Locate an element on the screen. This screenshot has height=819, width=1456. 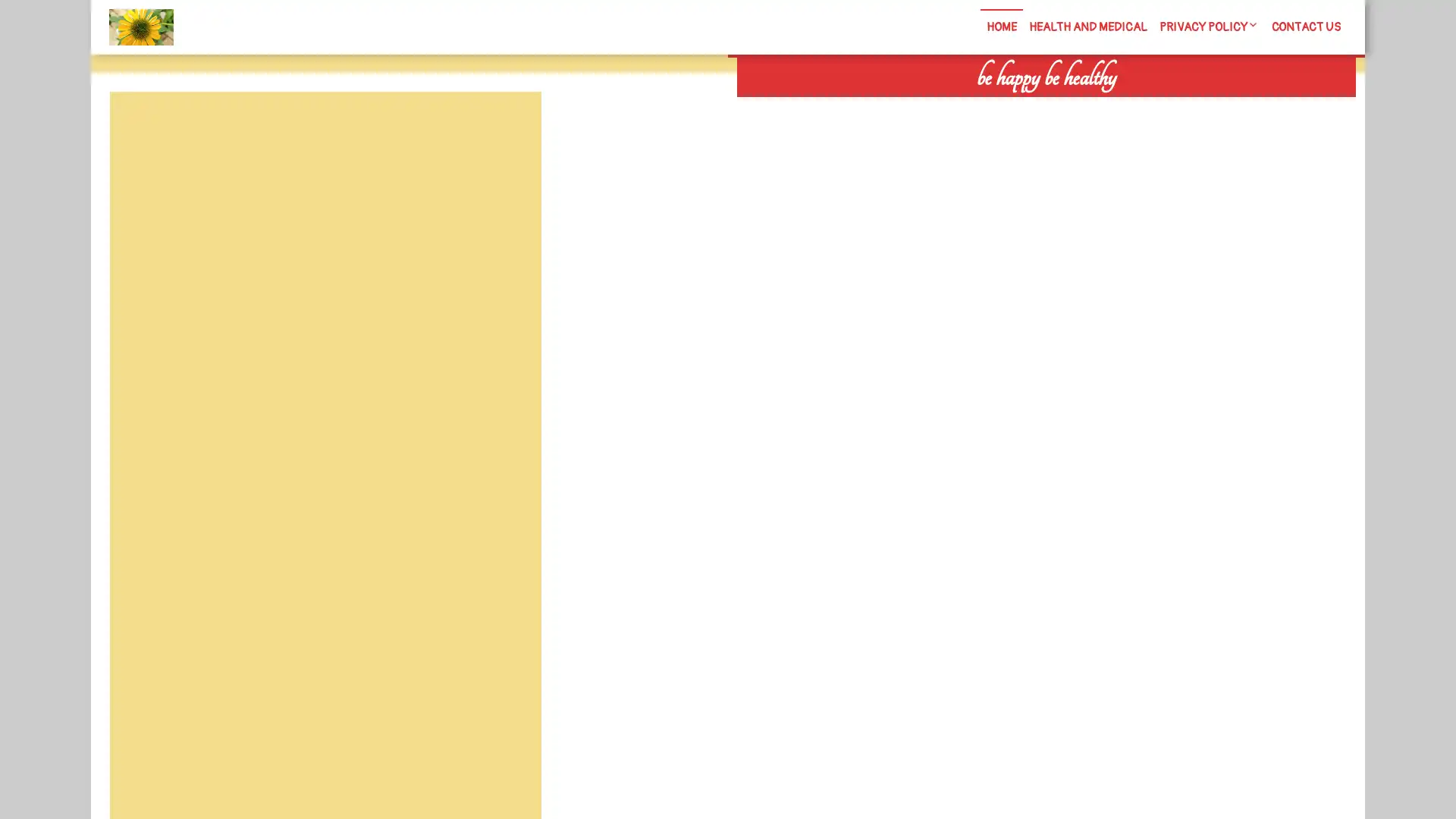
Search is located at coordinates (1181, 106).